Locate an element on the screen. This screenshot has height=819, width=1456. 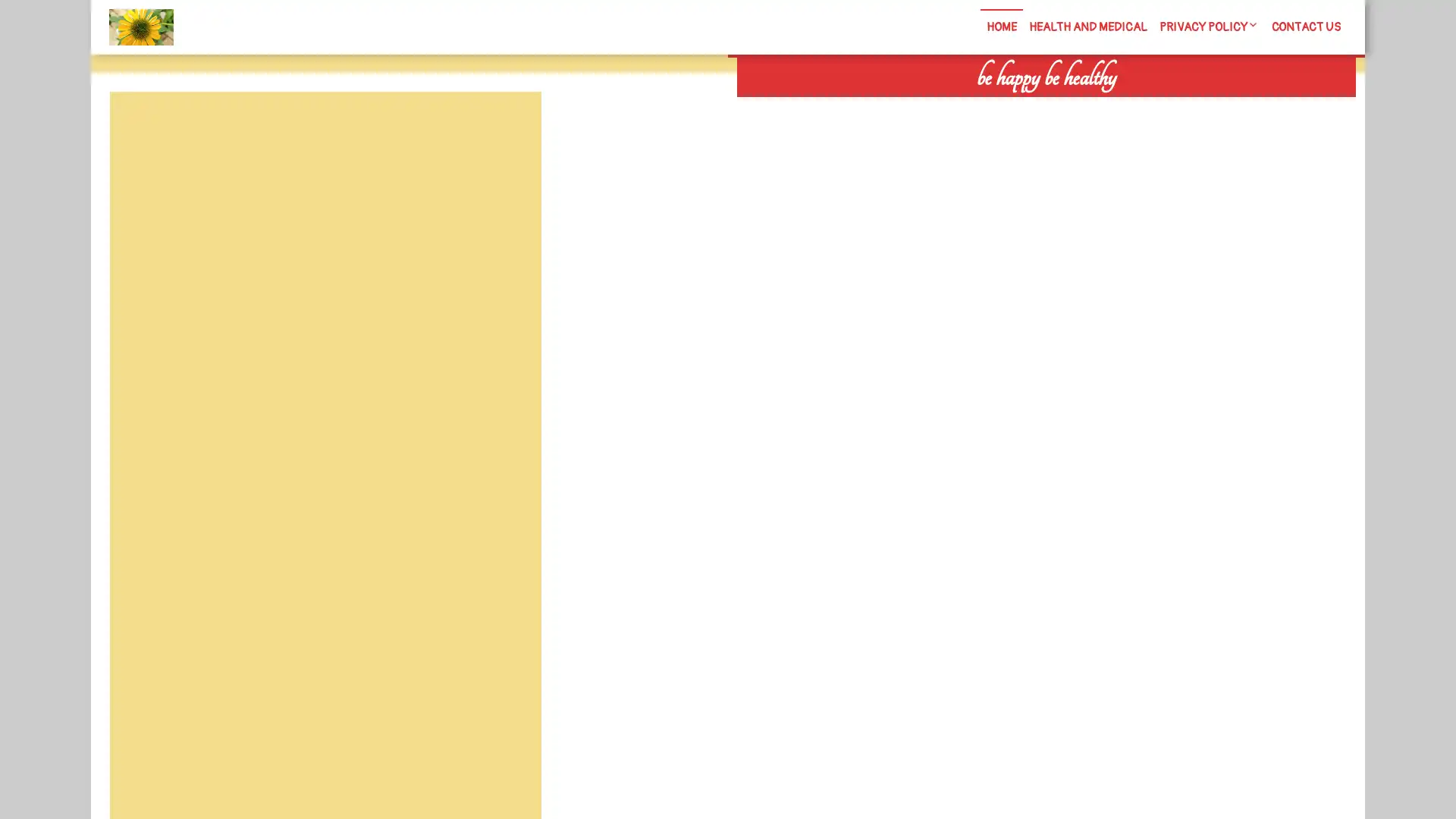
Search is located at coordinates (1181, 106).